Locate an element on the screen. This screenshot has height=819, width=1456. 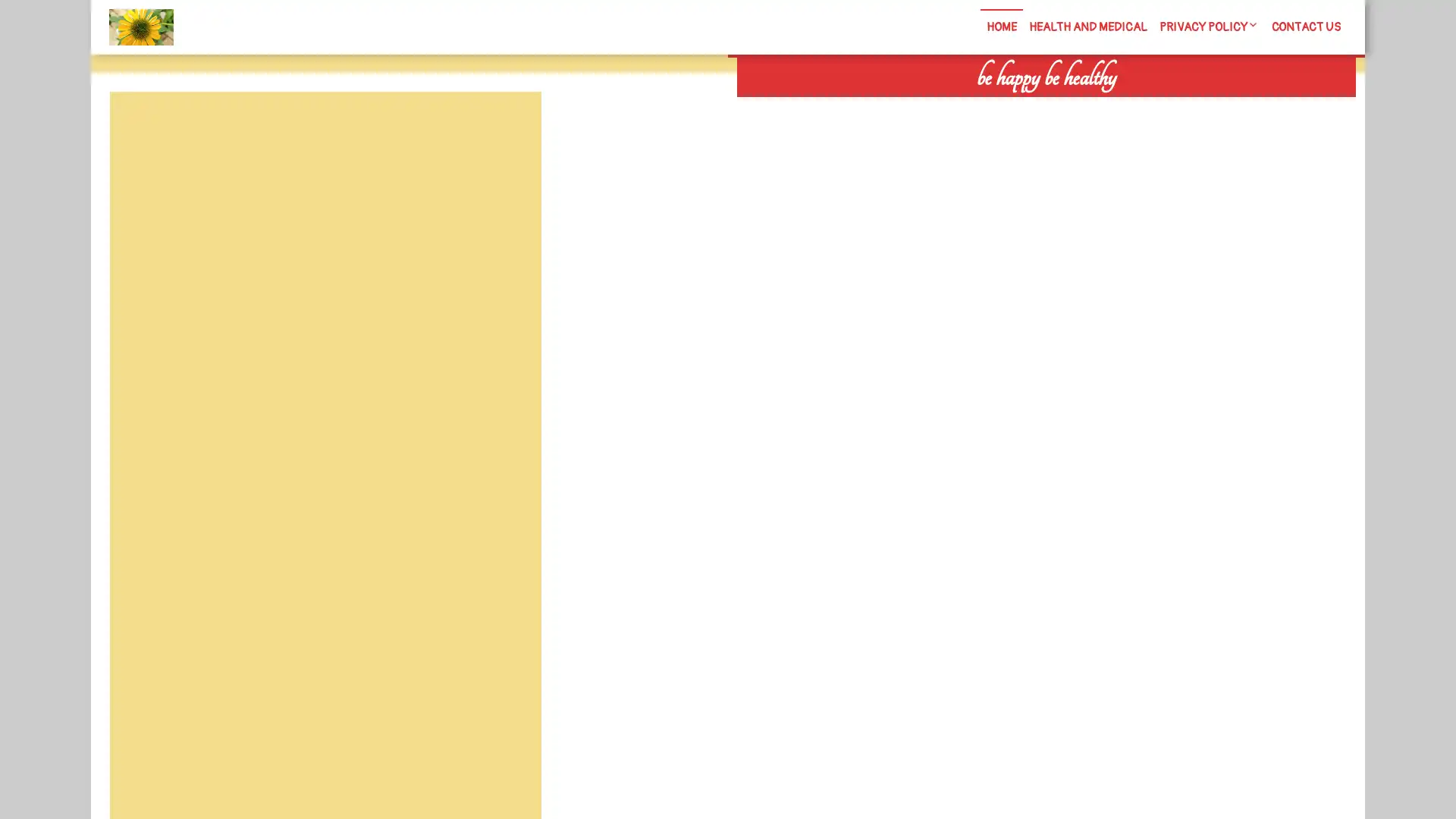
Search is located at coordinates (1181, 106).